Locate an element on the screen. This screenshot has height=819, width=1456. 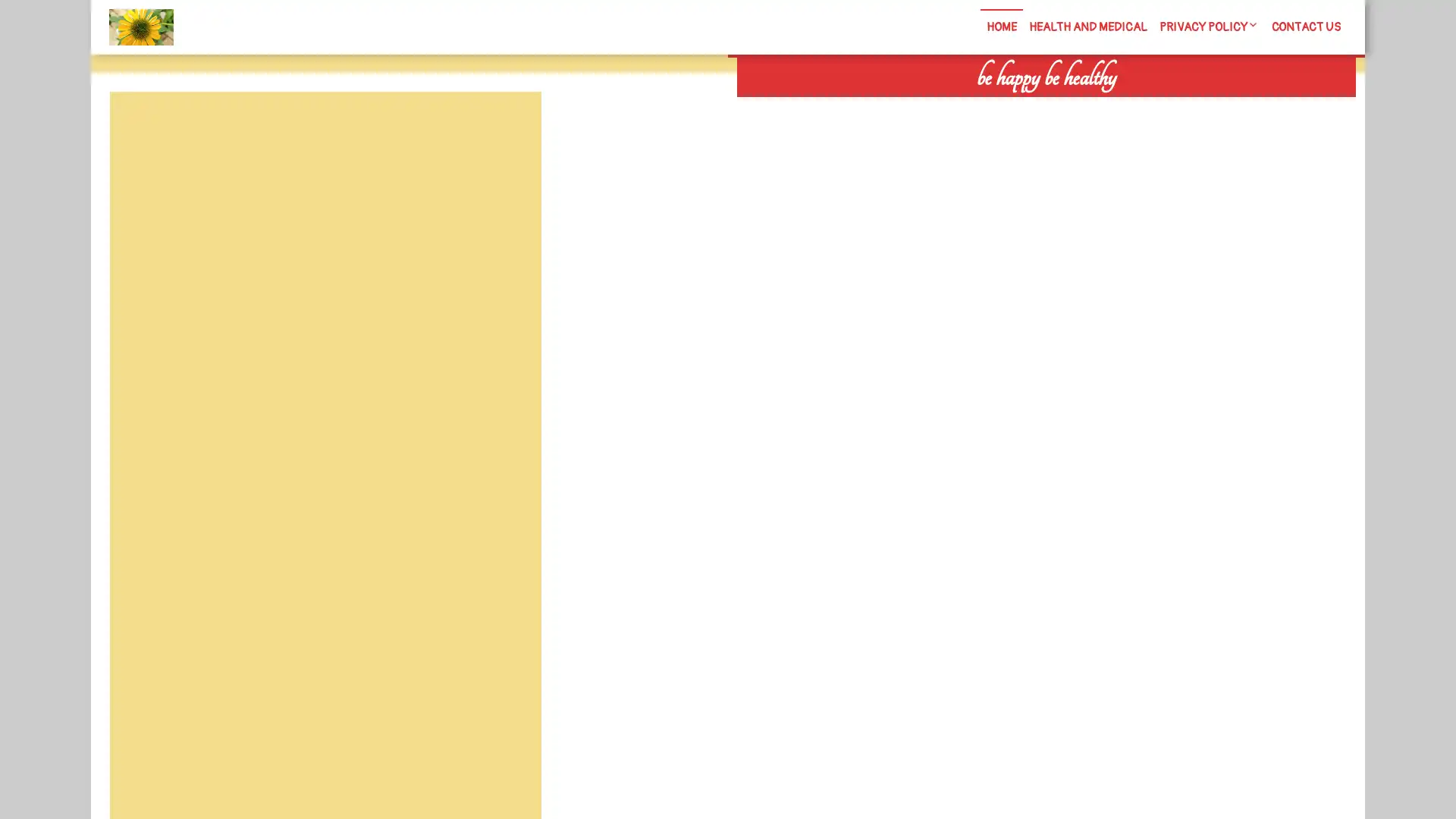
Search is located at coordinates (1181, 106).